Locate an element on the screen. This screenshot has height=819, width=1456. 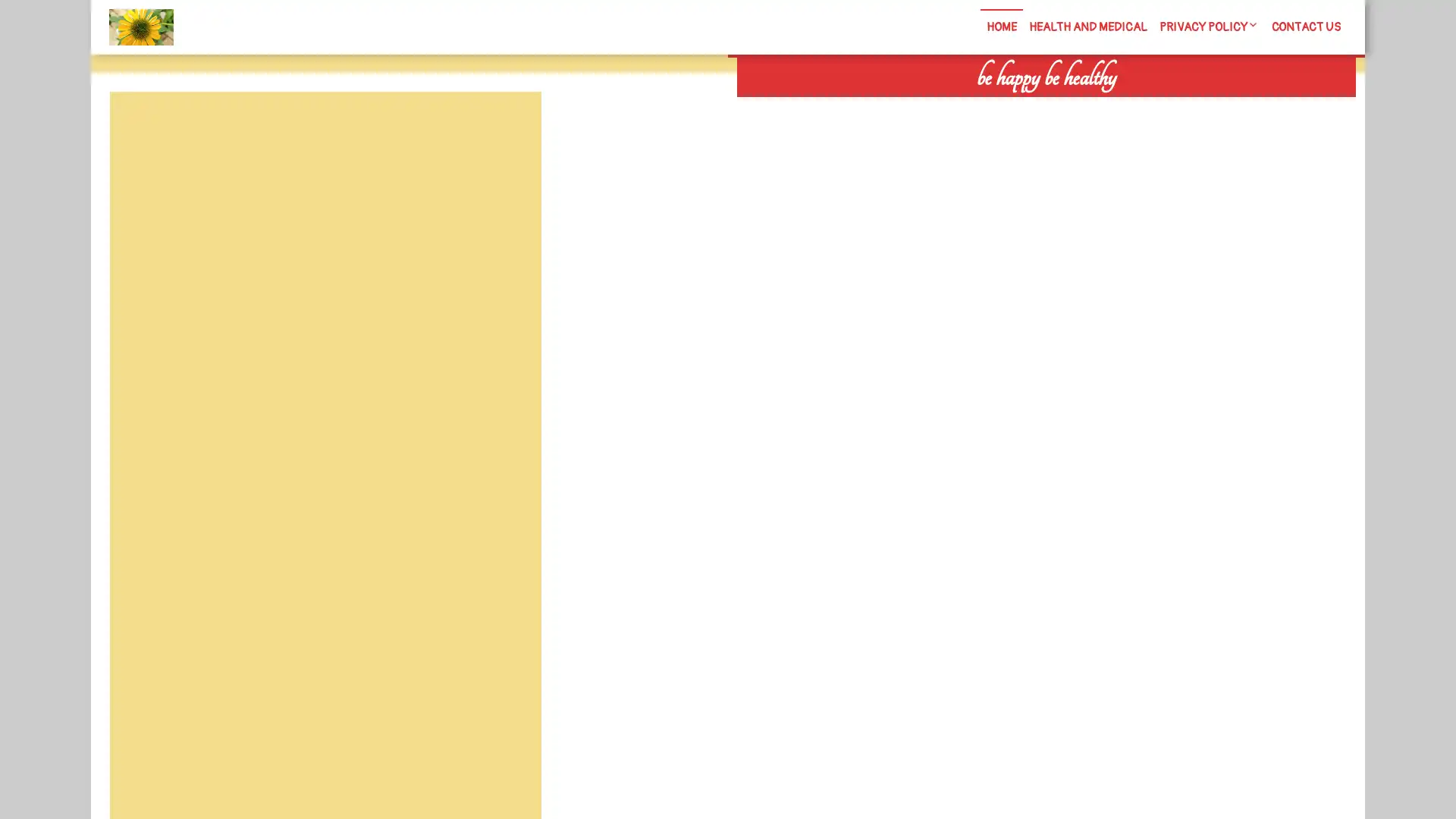
Search is located at coordinates (1181, 106).